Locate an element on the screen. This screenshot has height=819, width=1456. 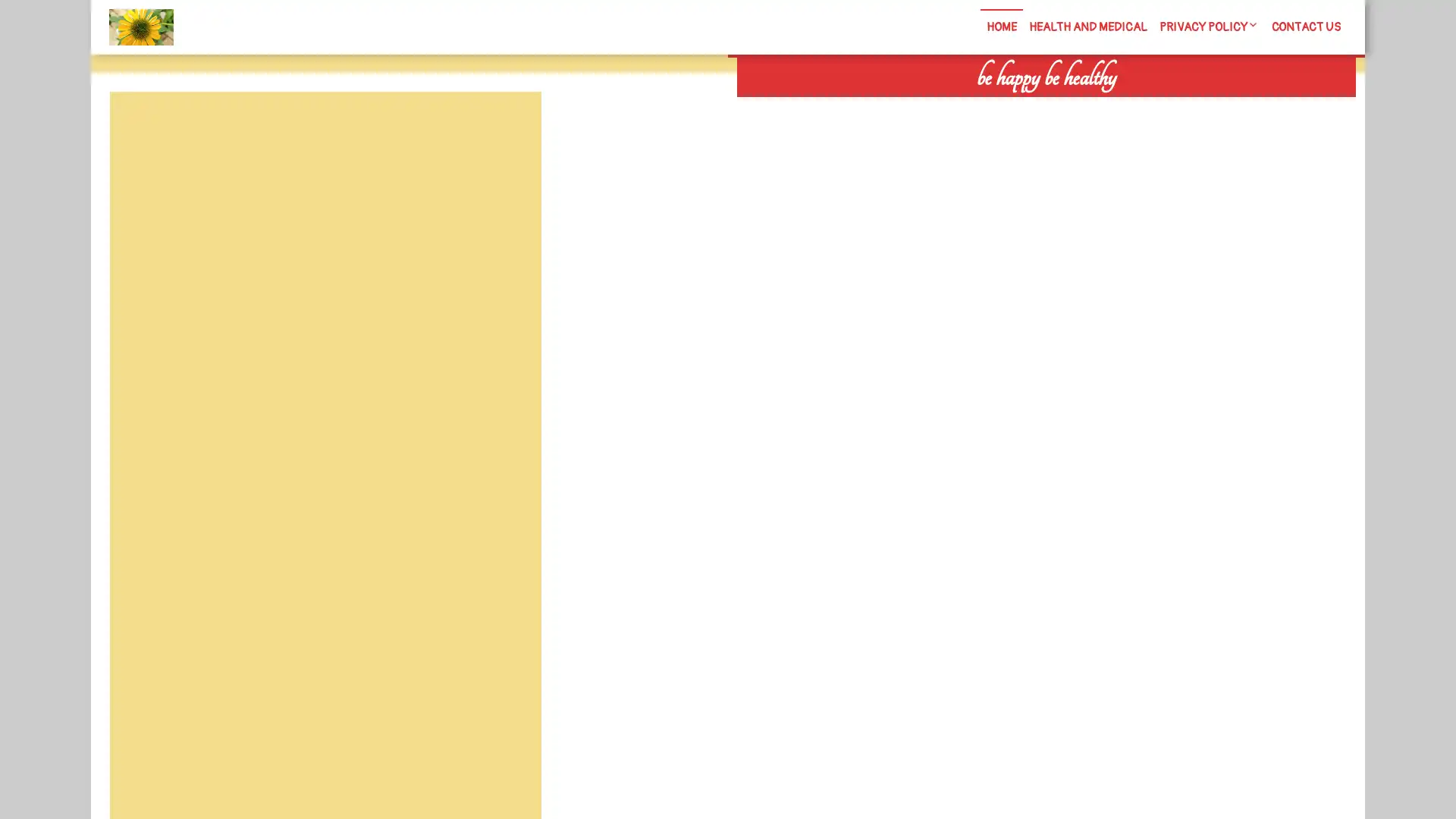
Search is located at coordinates (1181, 106).